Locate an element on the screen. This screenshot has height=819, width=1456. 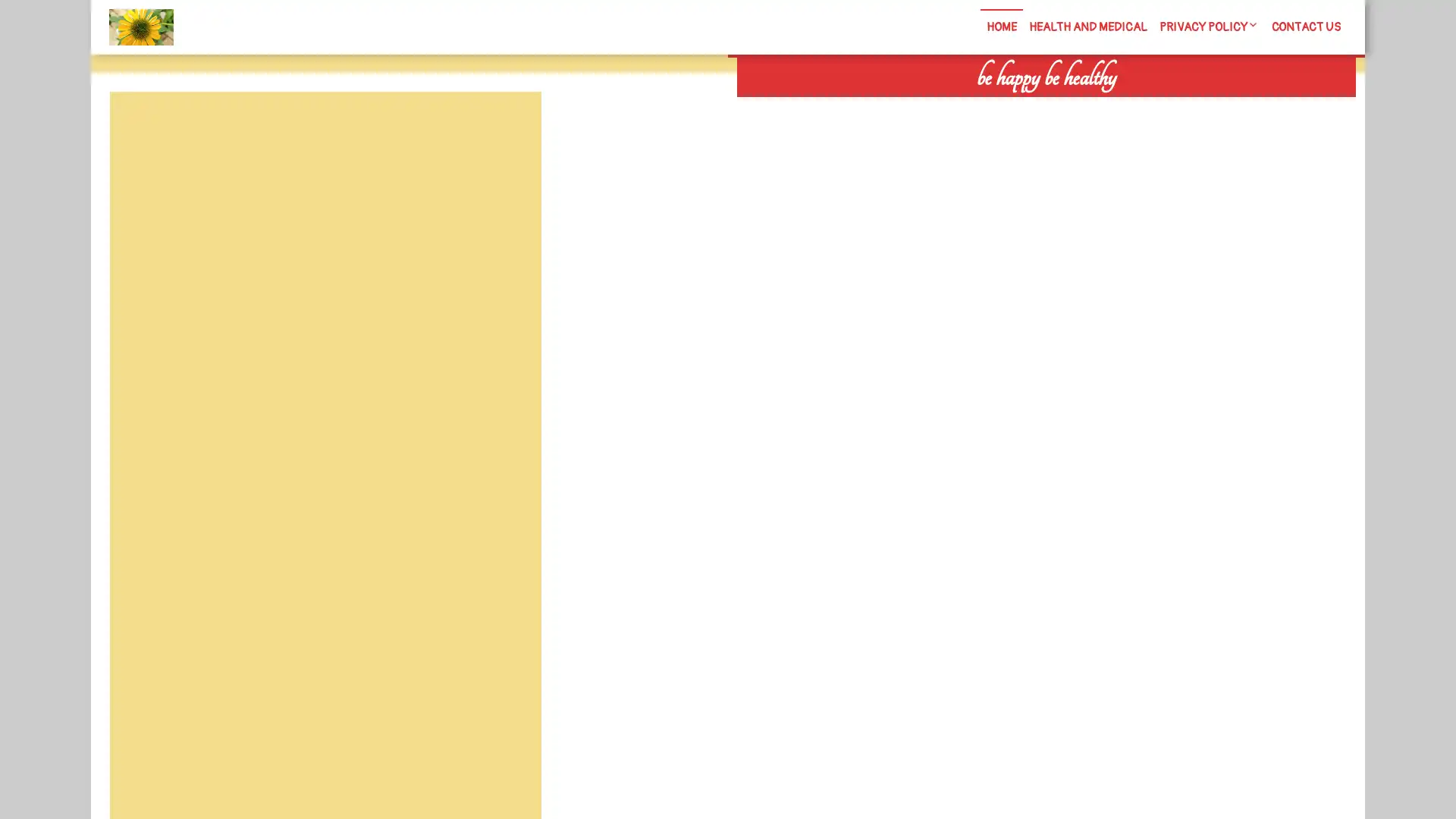
Search is located at coordinates (1181, 106).